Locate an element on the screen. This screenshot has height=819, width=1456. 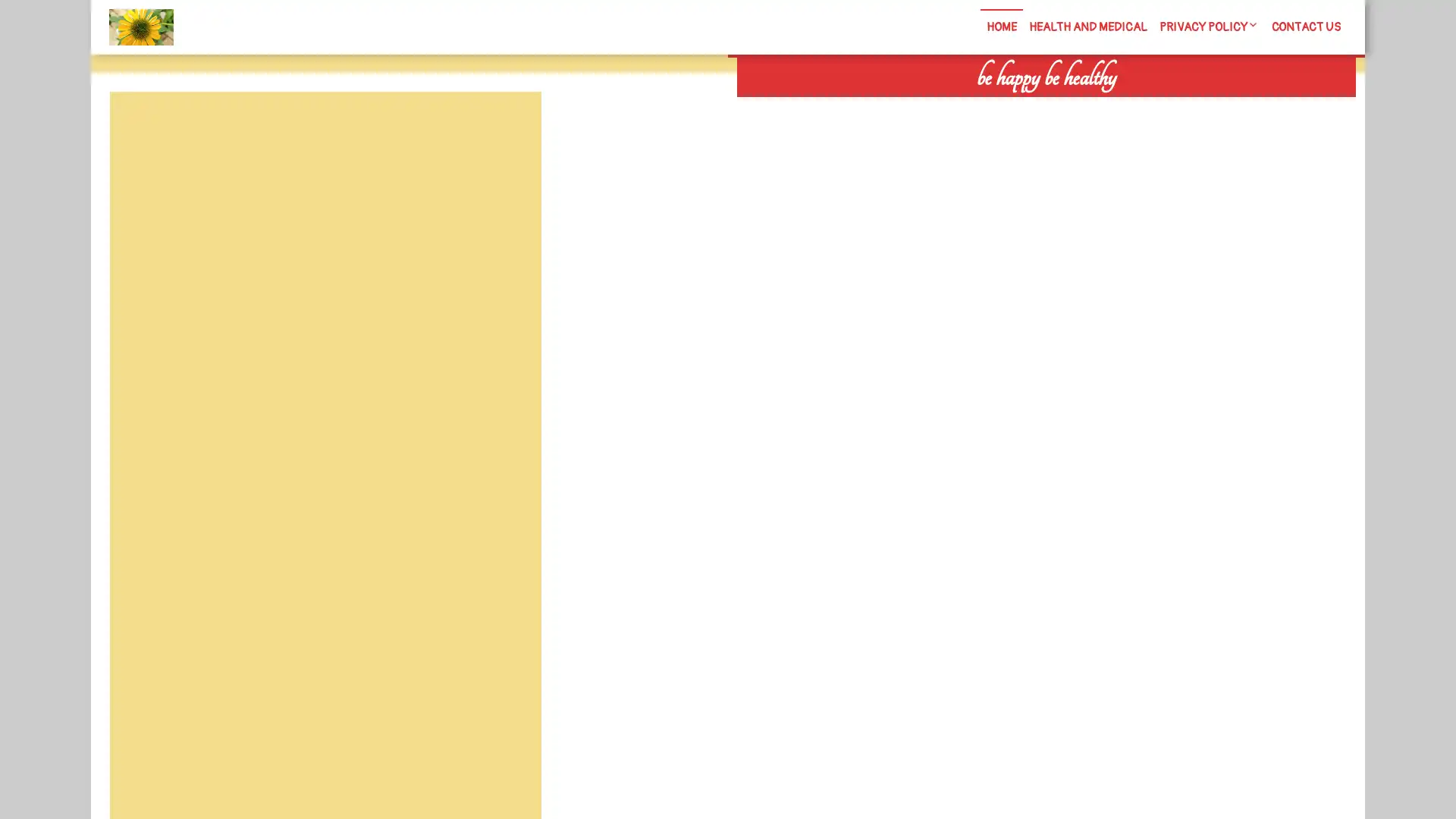
Search is located at coordinates (1181, 106).